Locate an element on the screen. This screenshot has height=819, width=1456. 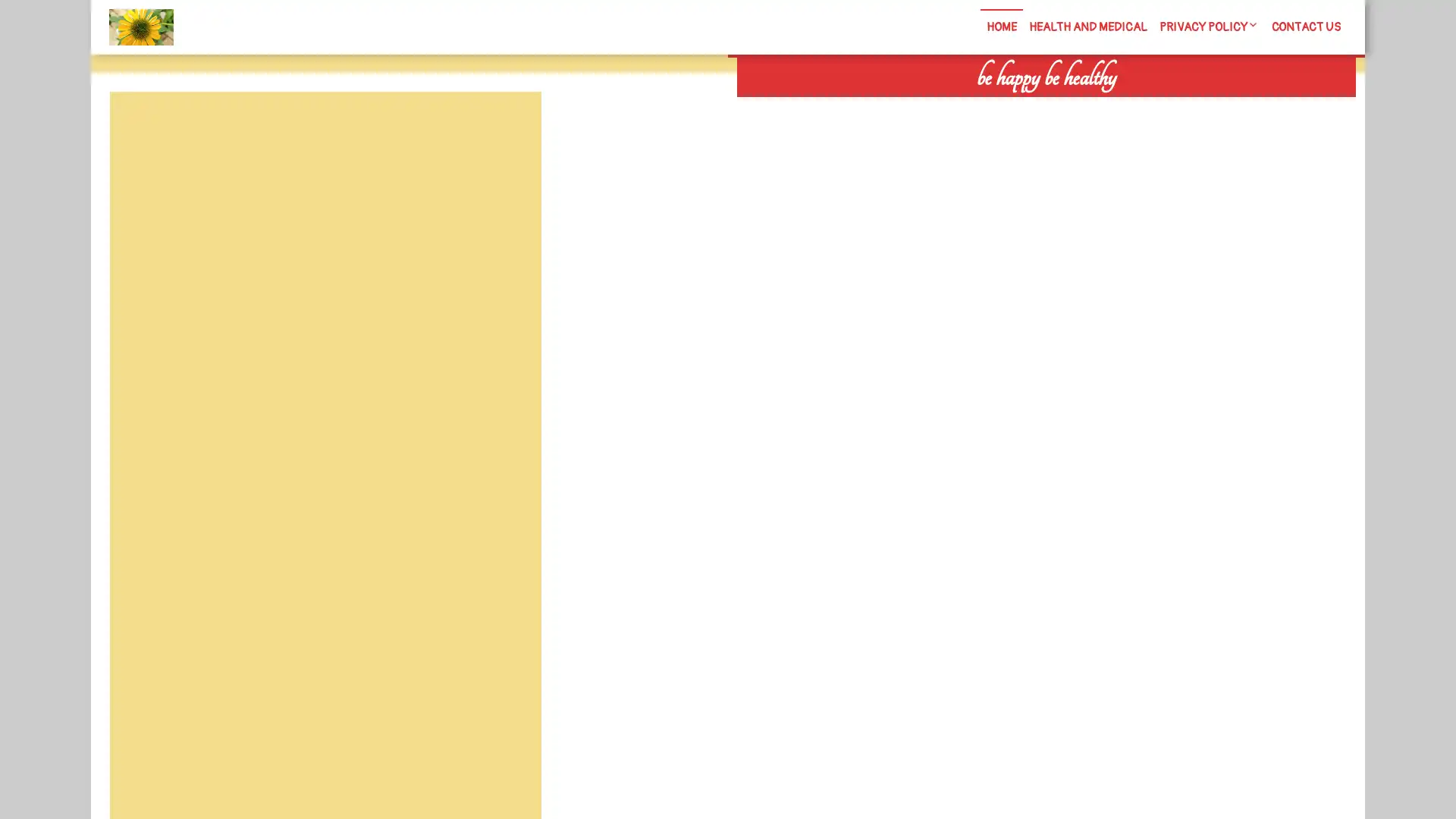
Search is located at coordinates (1181, 106).